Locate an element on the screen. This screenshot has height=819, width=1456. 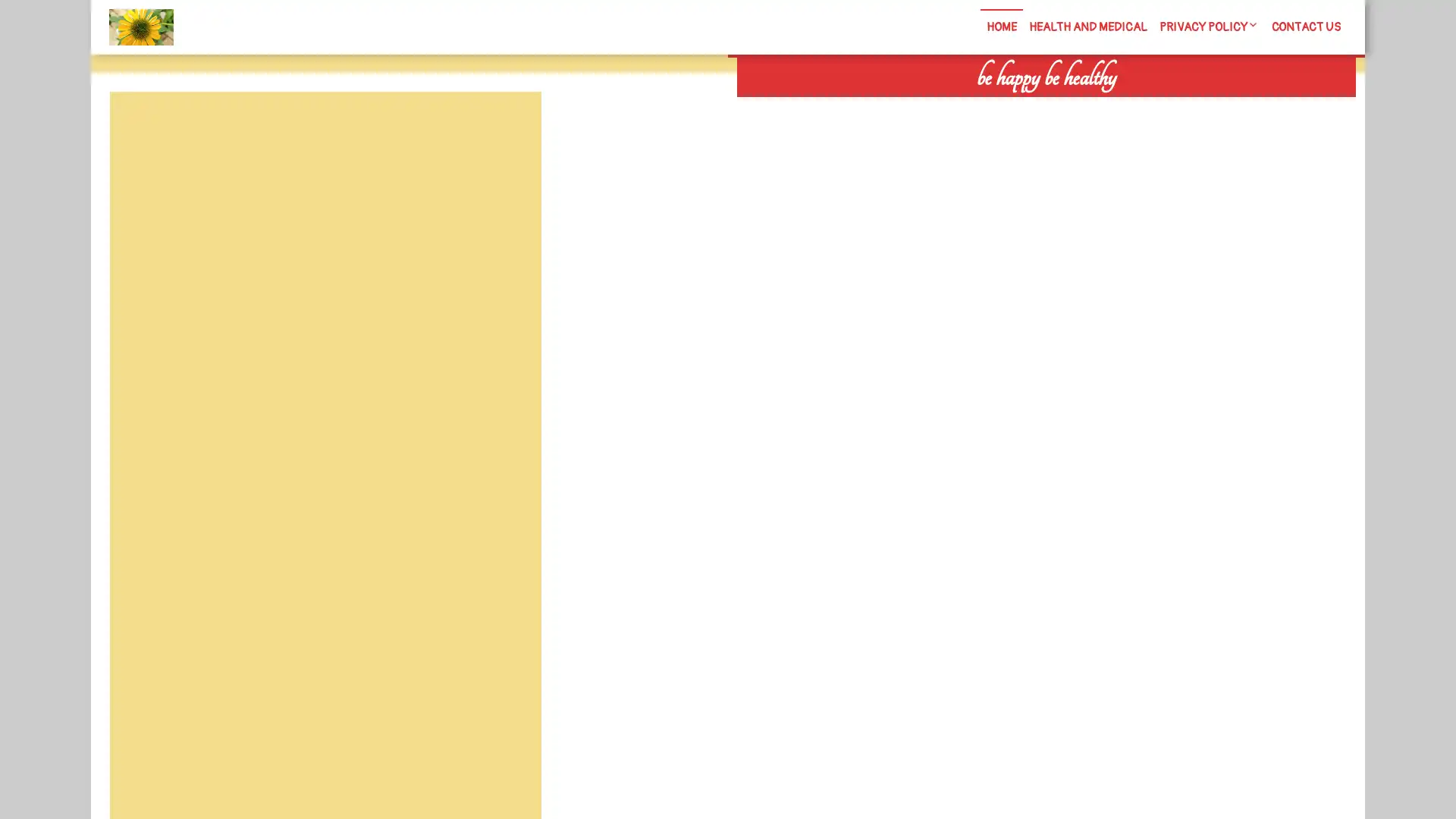
Search is located at coordinates (1181, 106).